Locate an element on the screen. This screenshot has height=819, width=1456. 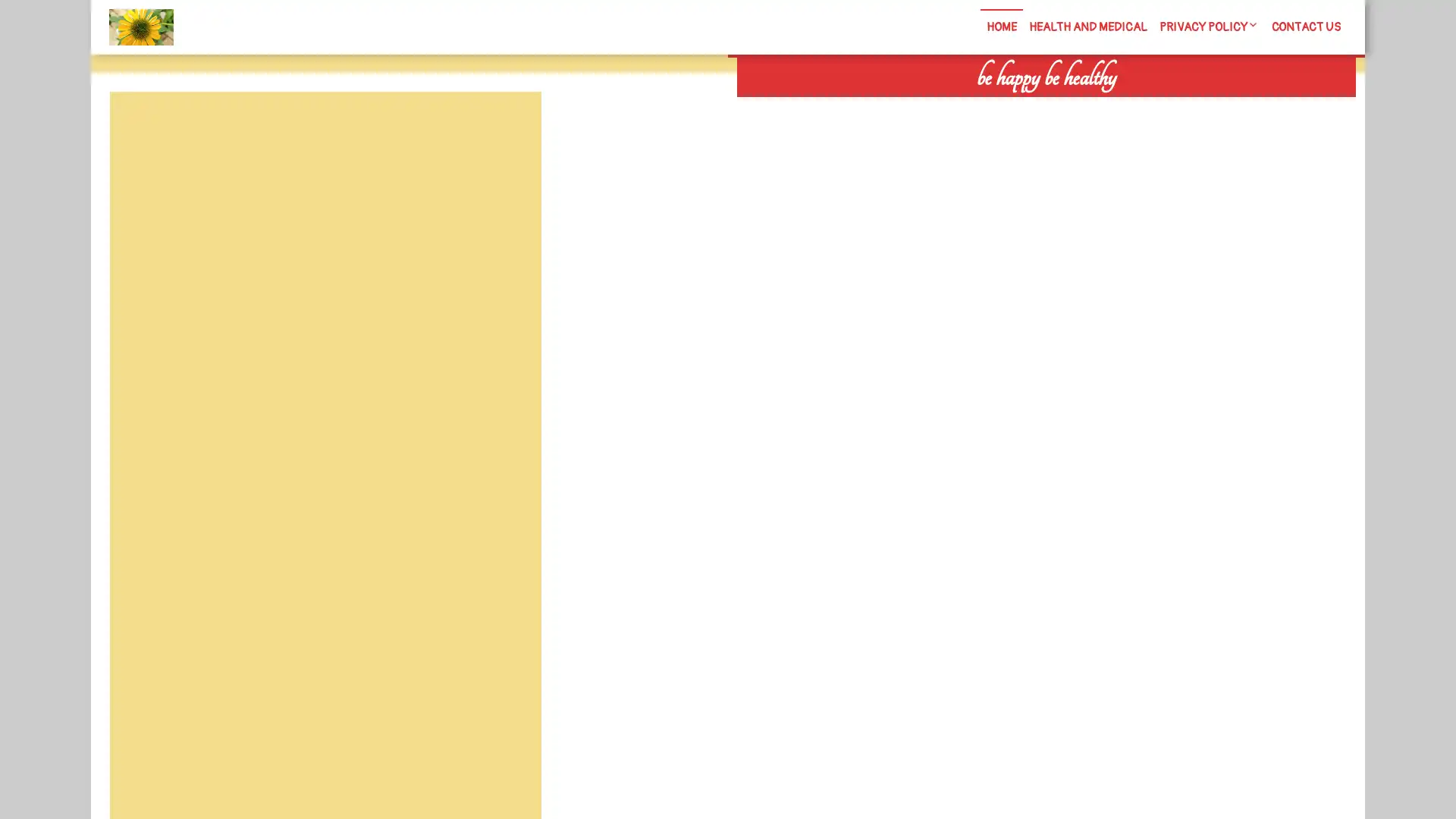
Search is located at coordinates (1181, 106).